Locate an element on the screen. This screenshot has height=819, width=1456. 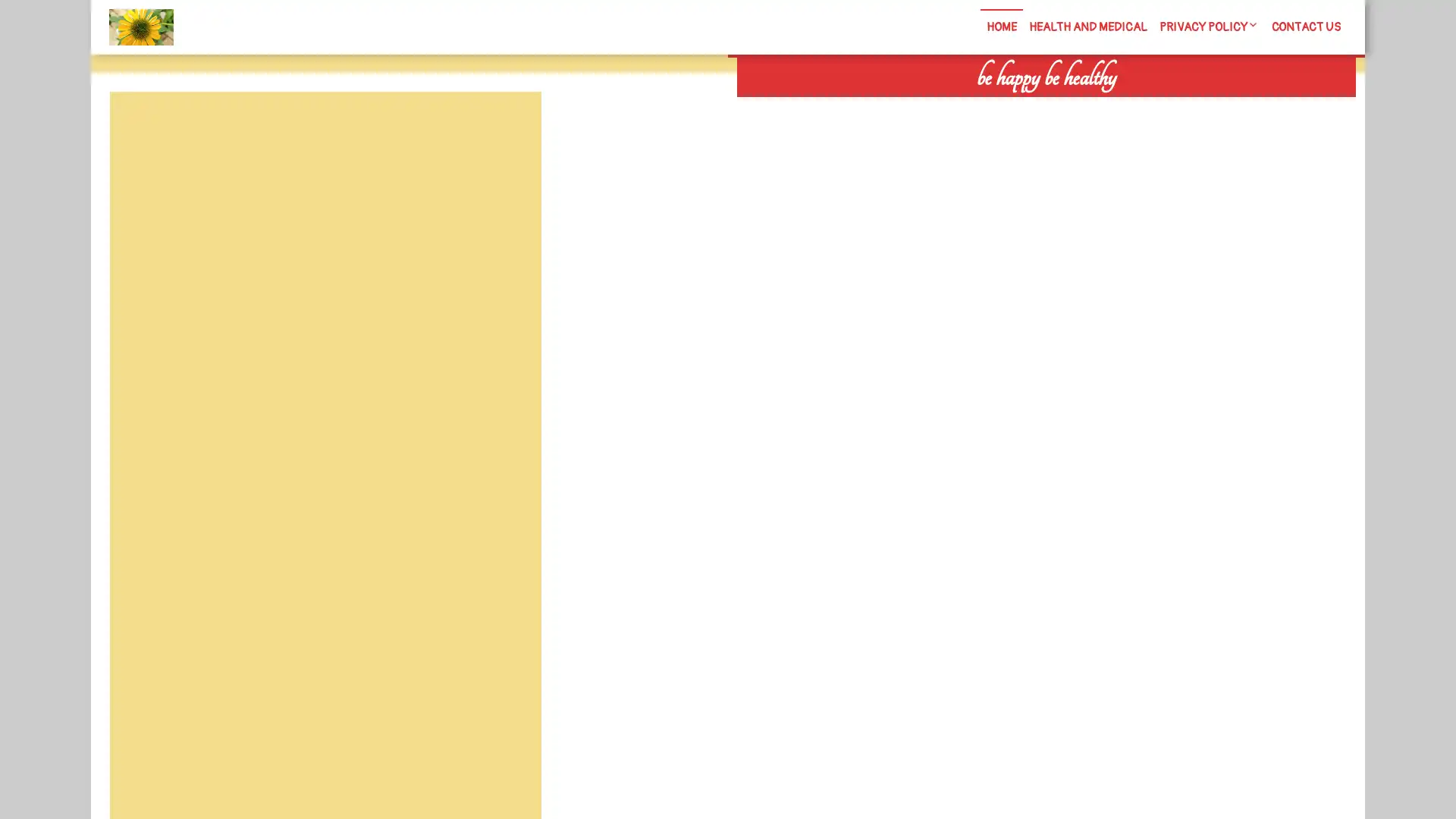
Search is located at coordinates (1181, 106).